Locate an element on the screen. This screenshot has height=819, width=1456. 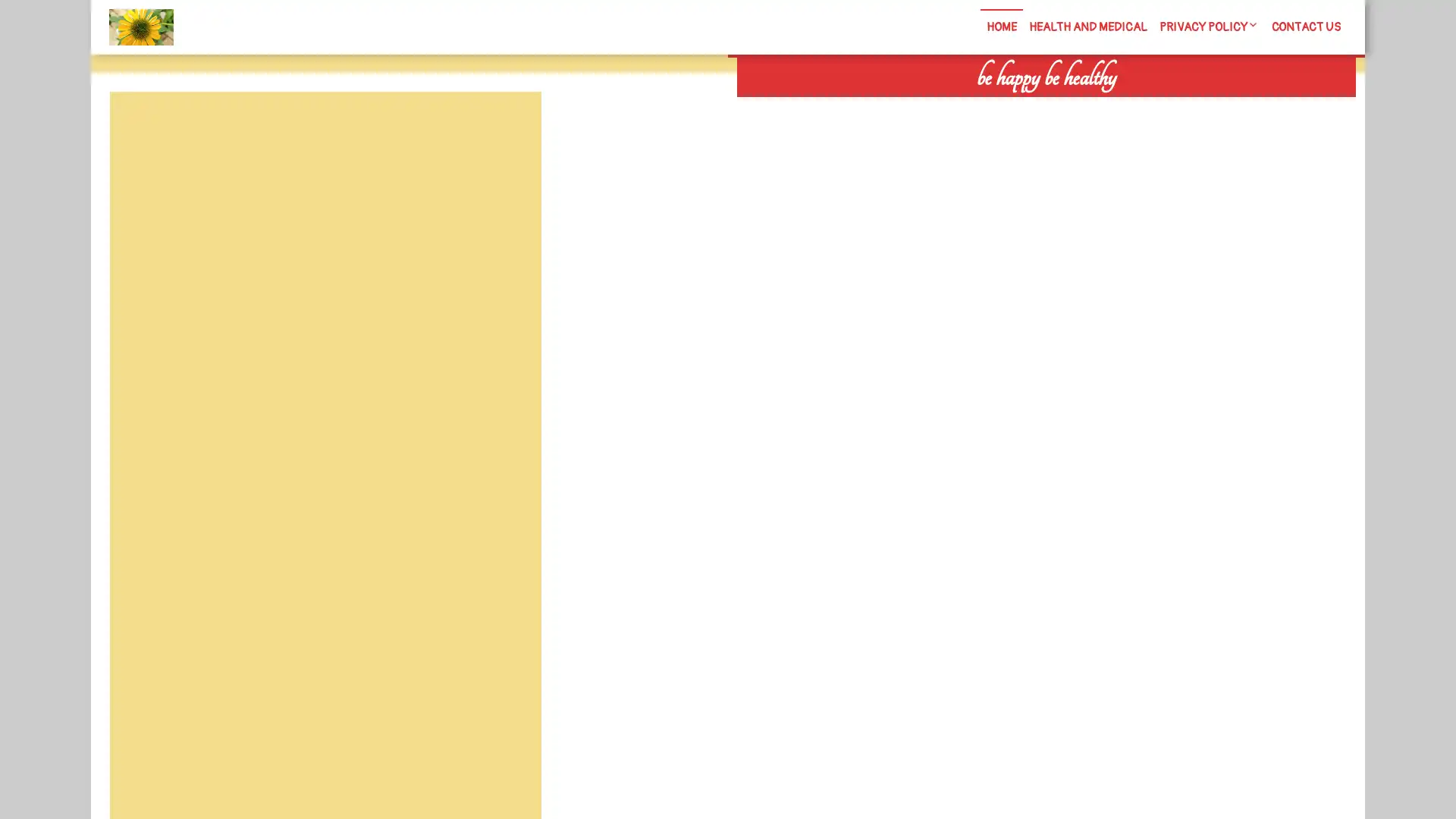
Search is located at coordinates (1181, 106).